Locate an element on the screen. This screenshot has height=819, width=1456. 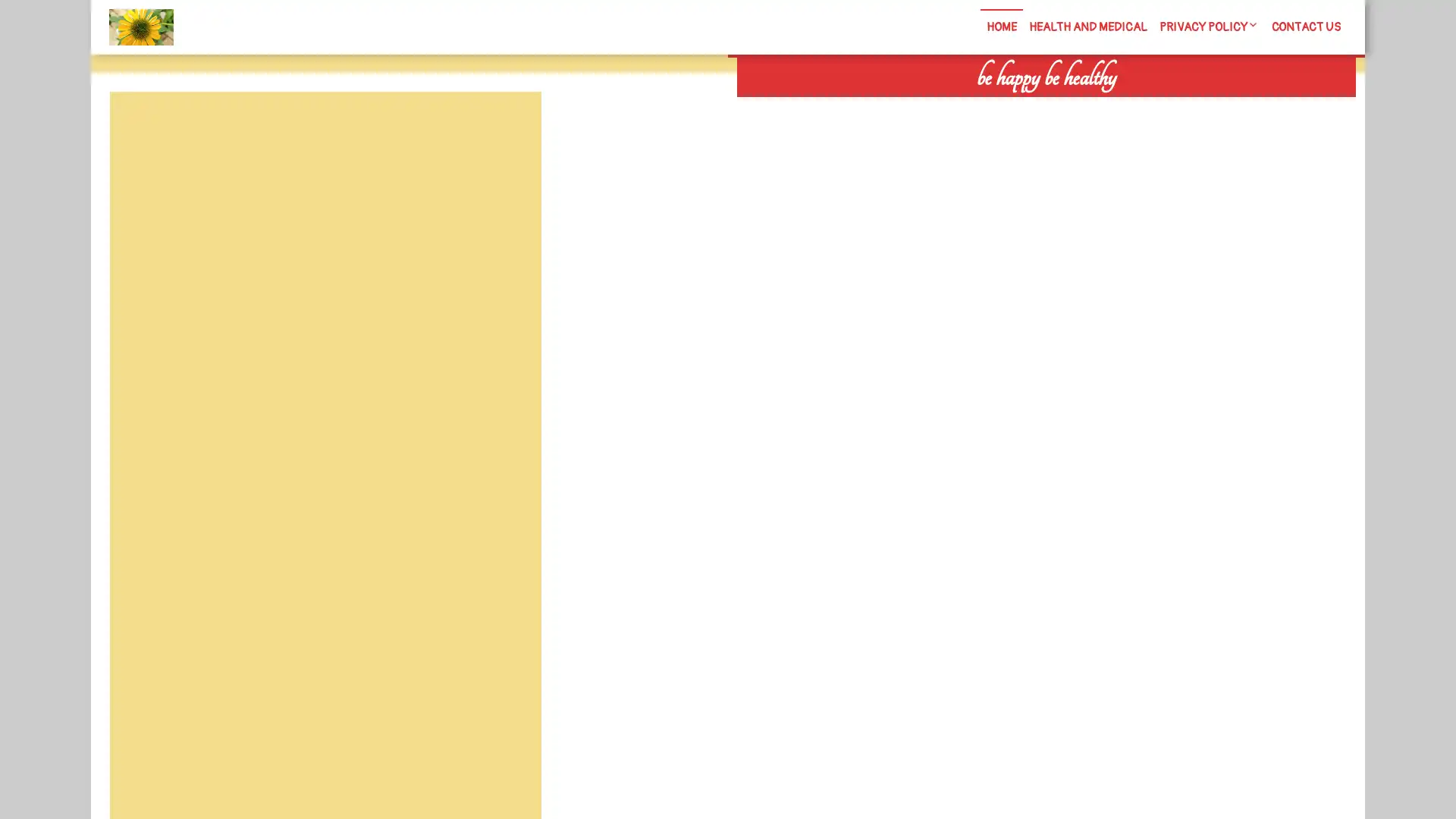
Search is located at coordinates (1181, 106).